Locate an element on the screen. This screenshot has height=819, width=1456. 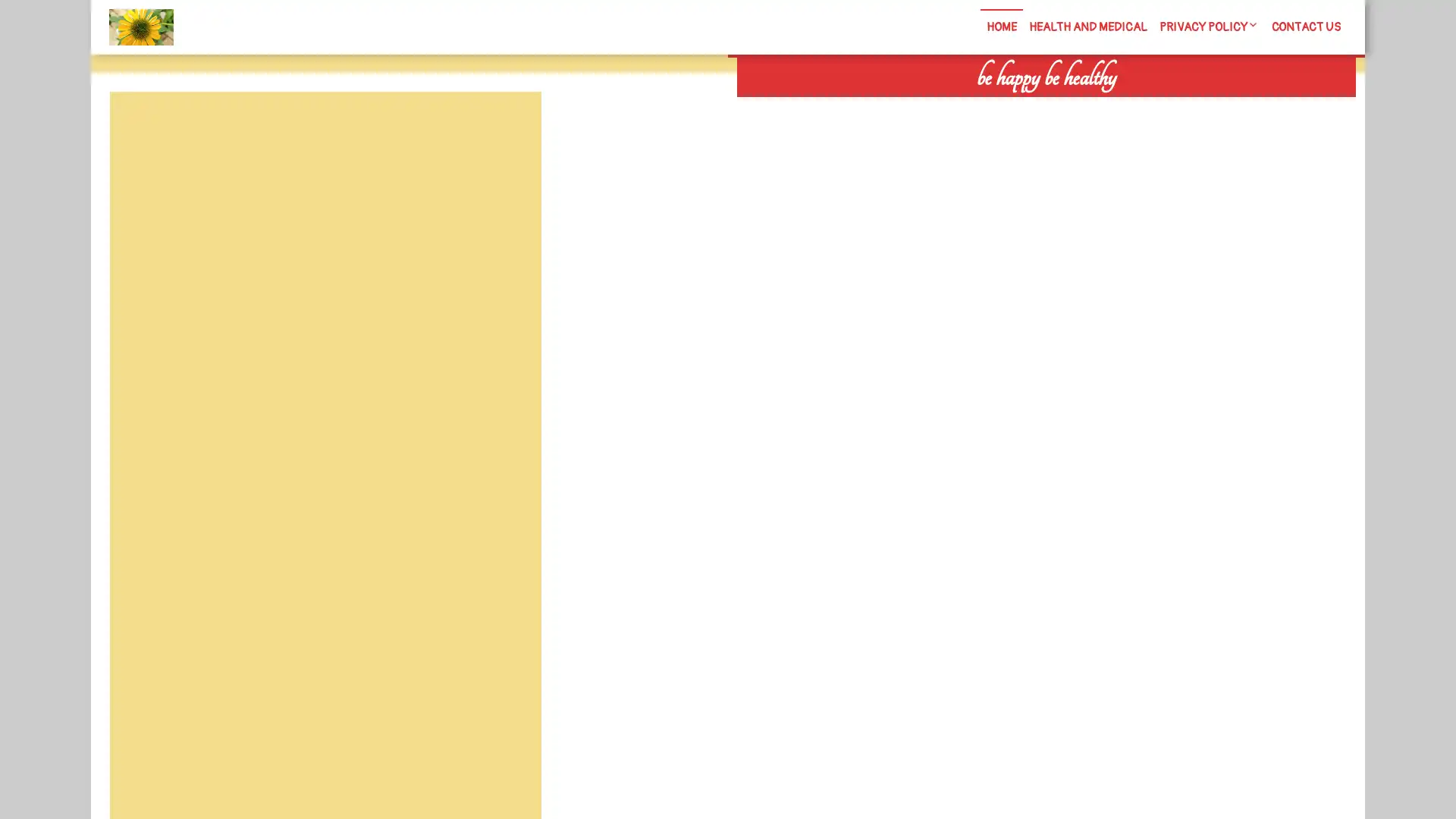
Search is located at coordinates (1181, 106).